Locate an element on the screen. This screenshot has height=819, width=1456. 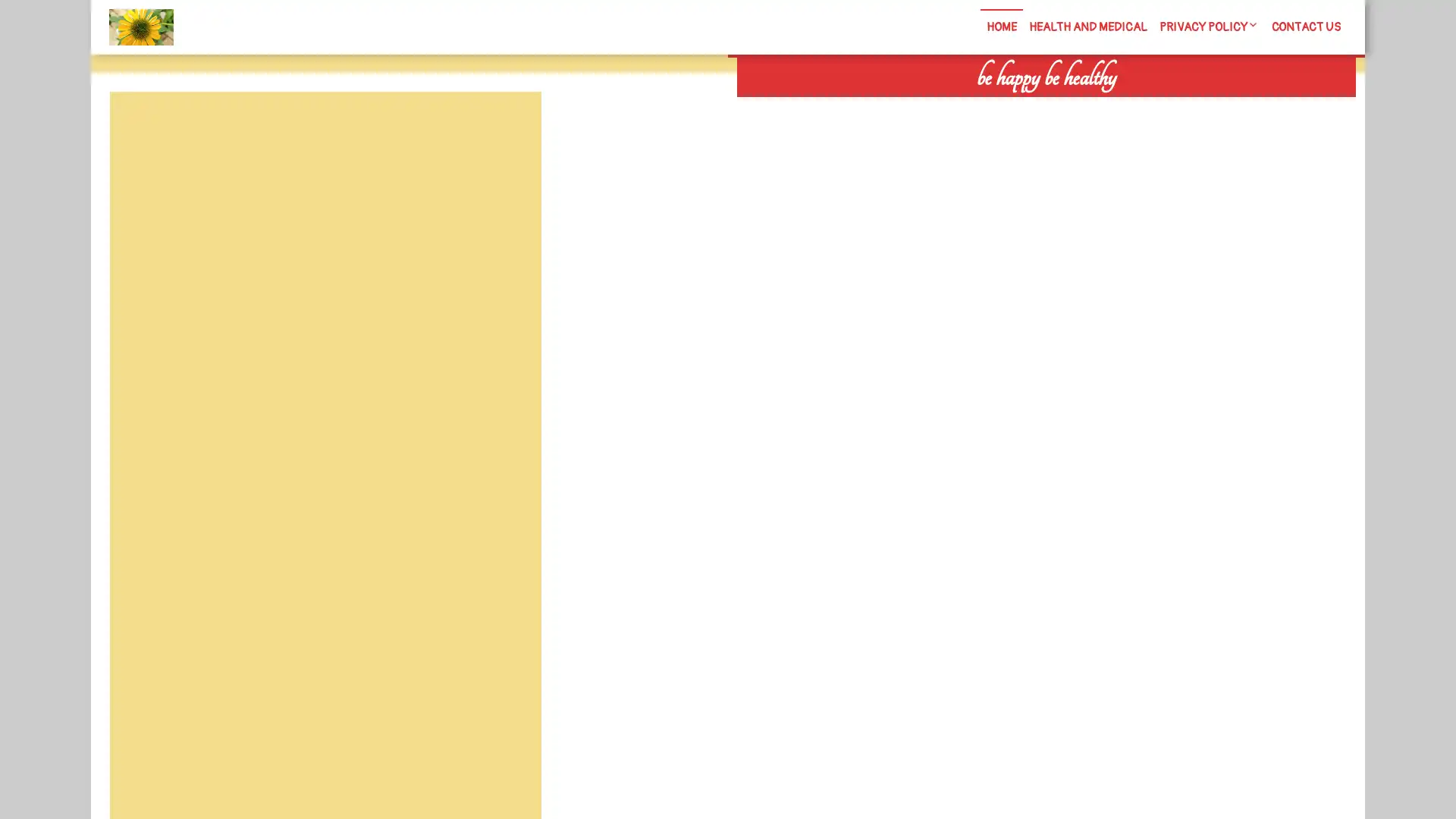
Search is located at coordinates (1181, 106).